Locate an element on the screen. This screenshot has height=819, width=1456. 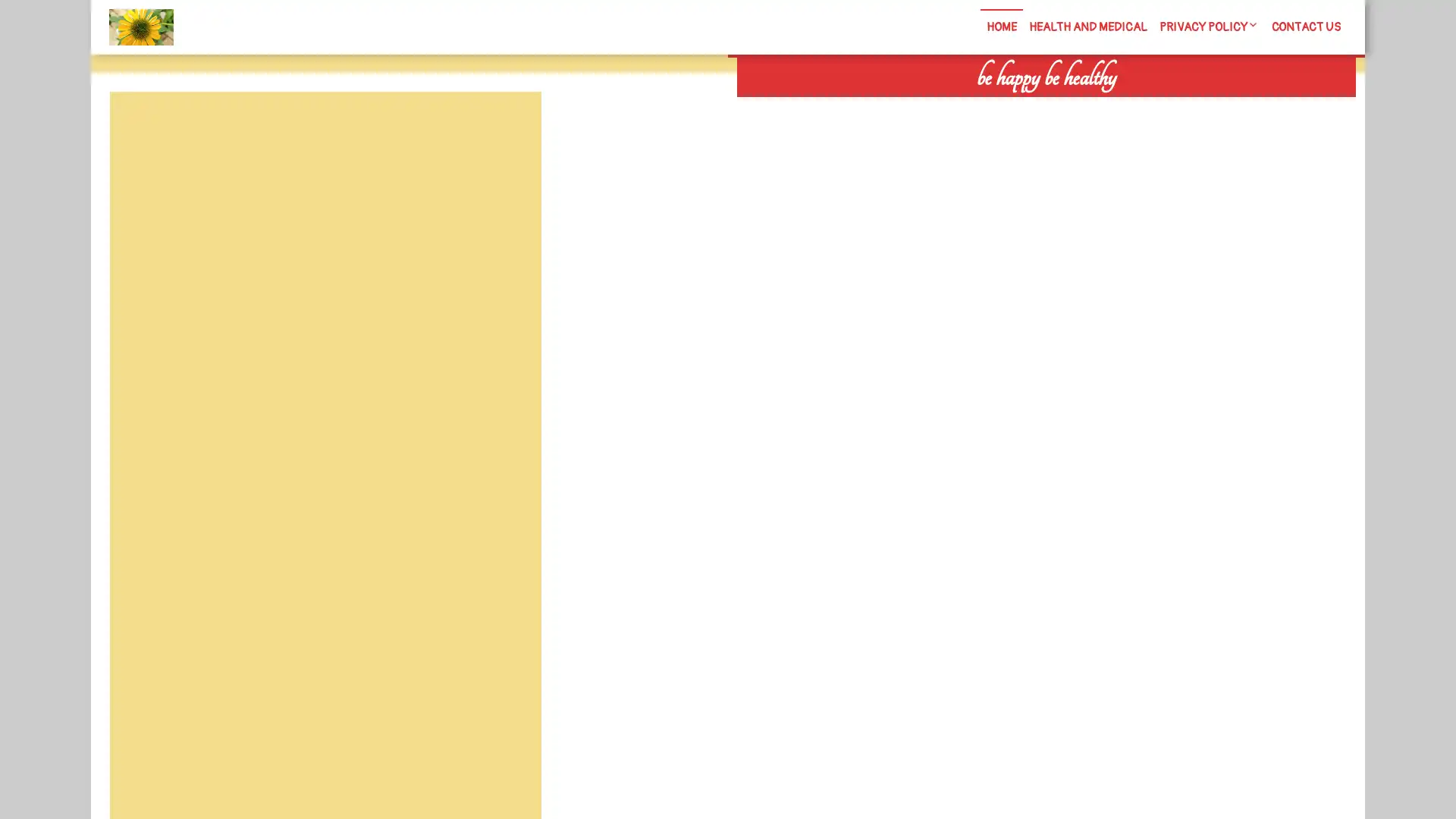
Search is located at coordinates (1181, 106).